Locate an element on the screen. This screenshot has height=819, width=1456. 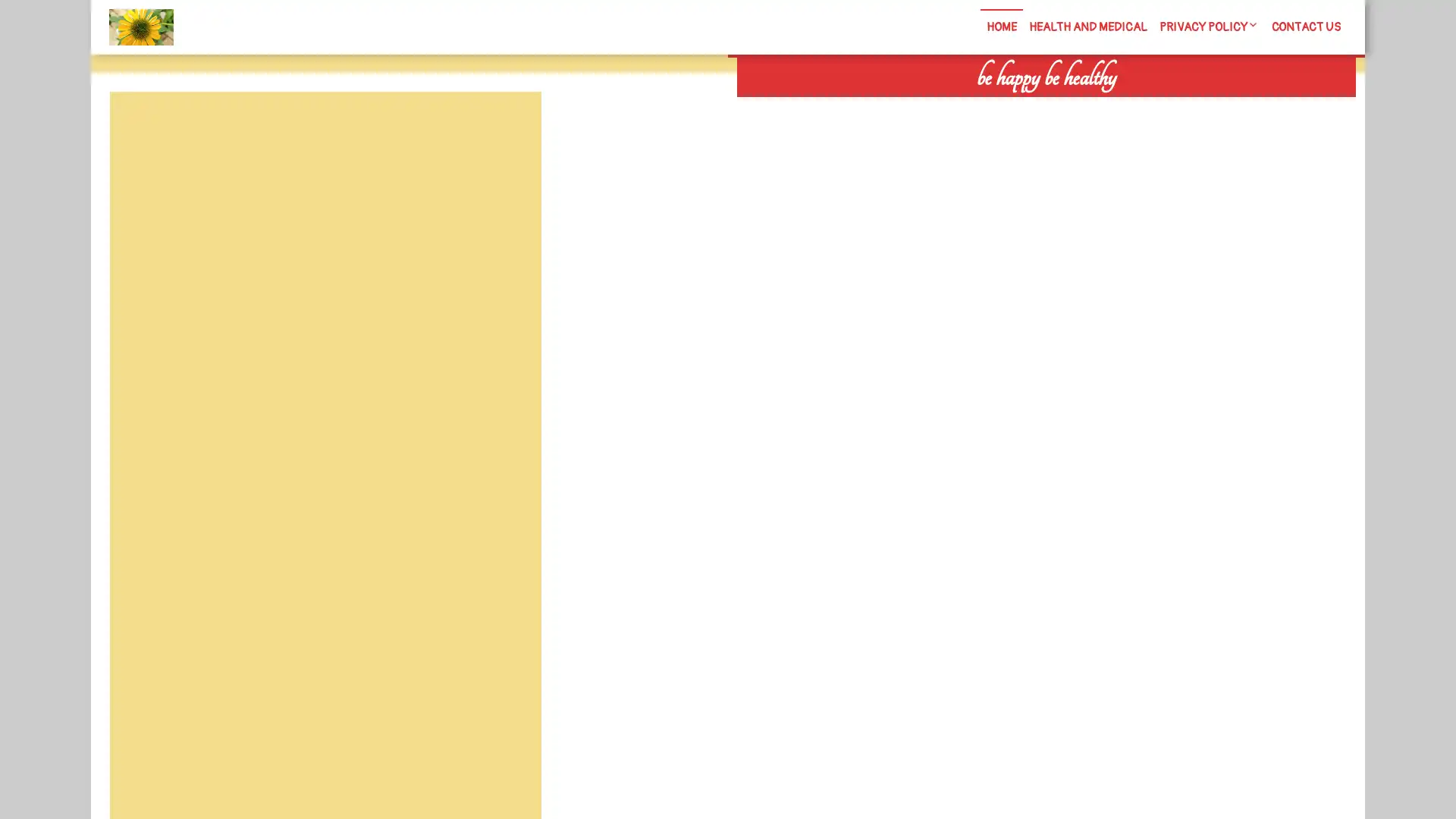
Search is located at coordinates (1181, 106).